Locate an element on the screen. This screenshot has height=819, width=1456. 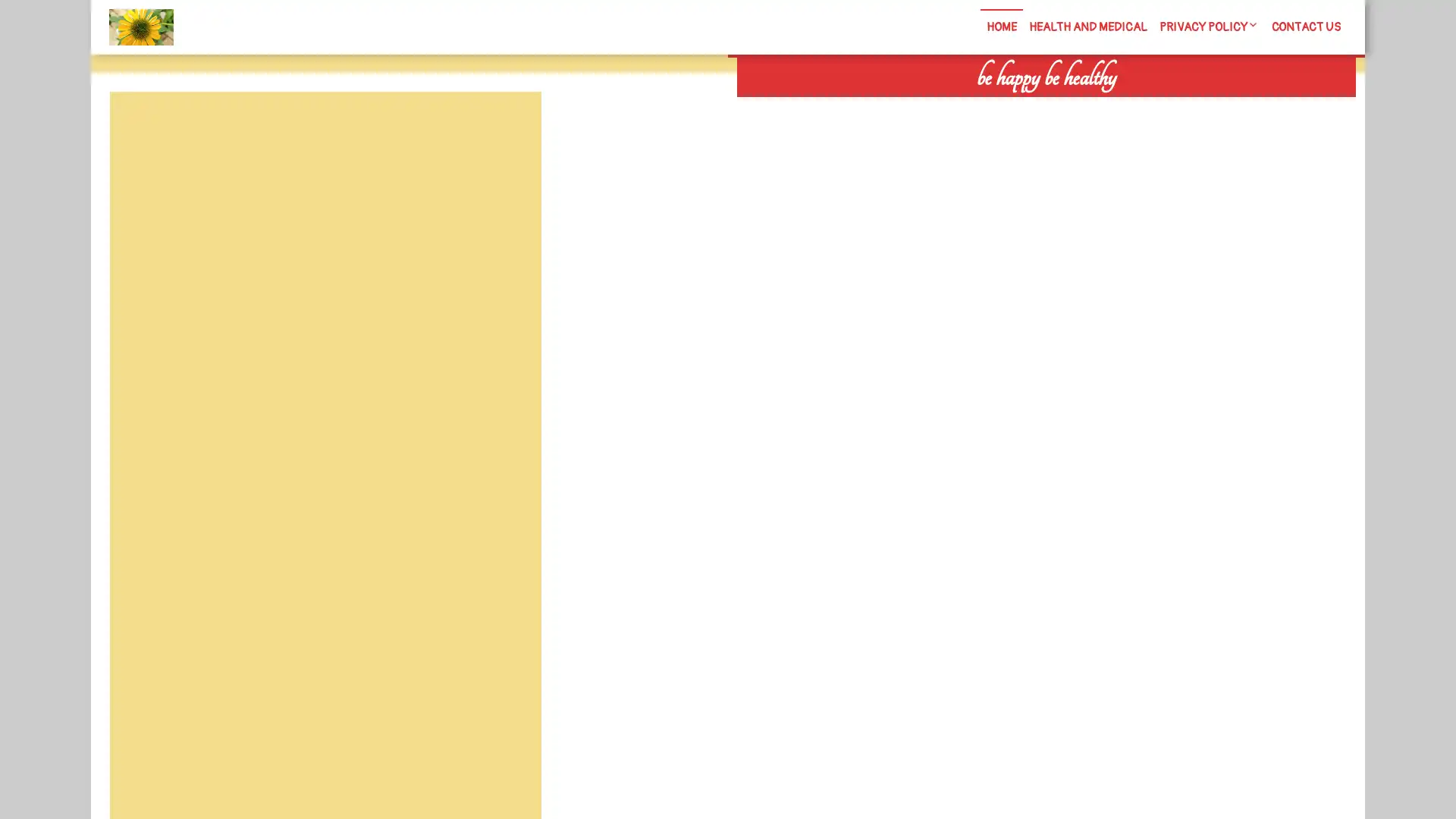
Search is located at coordinates (1181, 106).